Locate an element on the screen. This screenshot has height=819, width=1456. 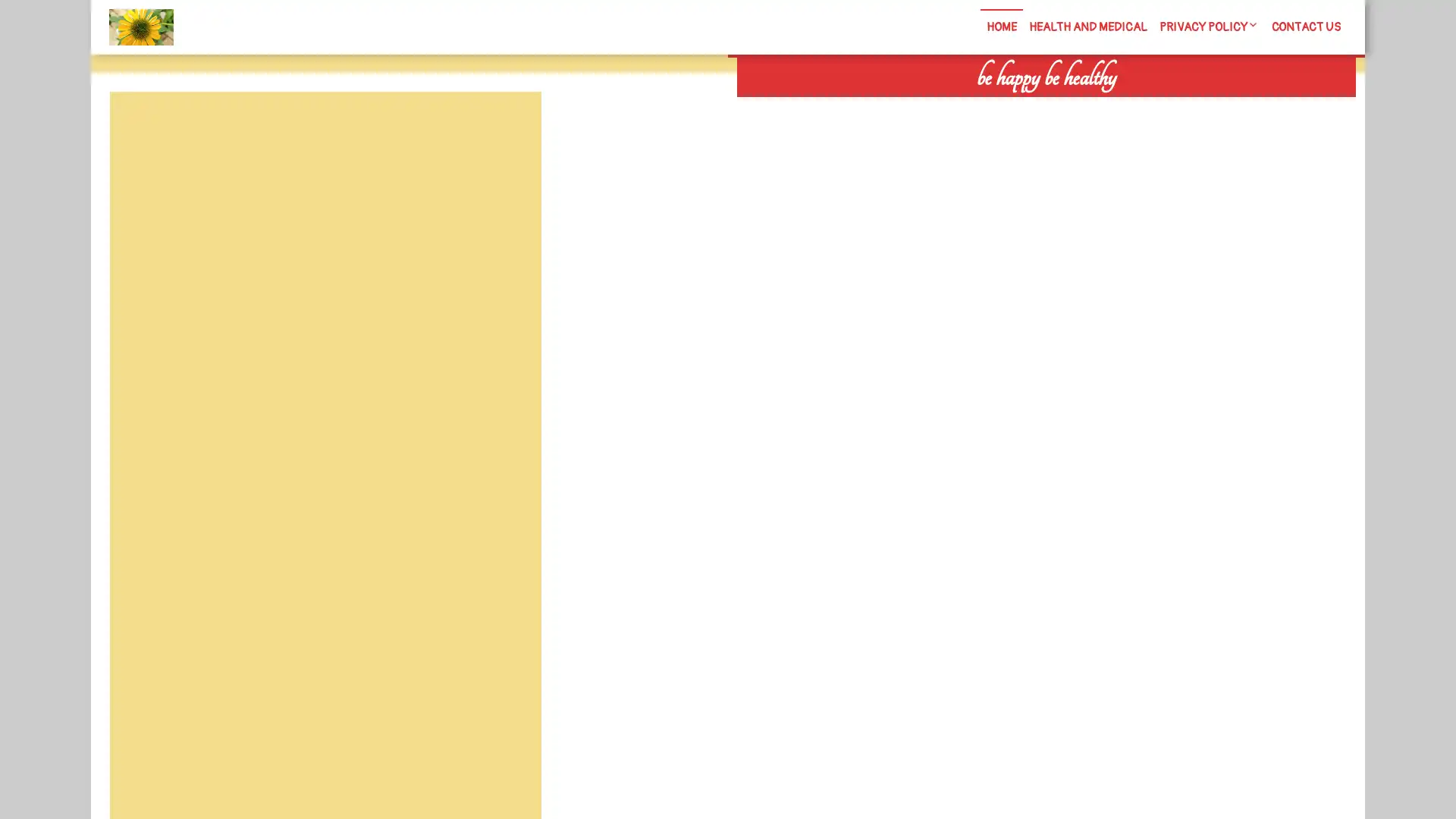
Search is located at coordinates (1181, 106).